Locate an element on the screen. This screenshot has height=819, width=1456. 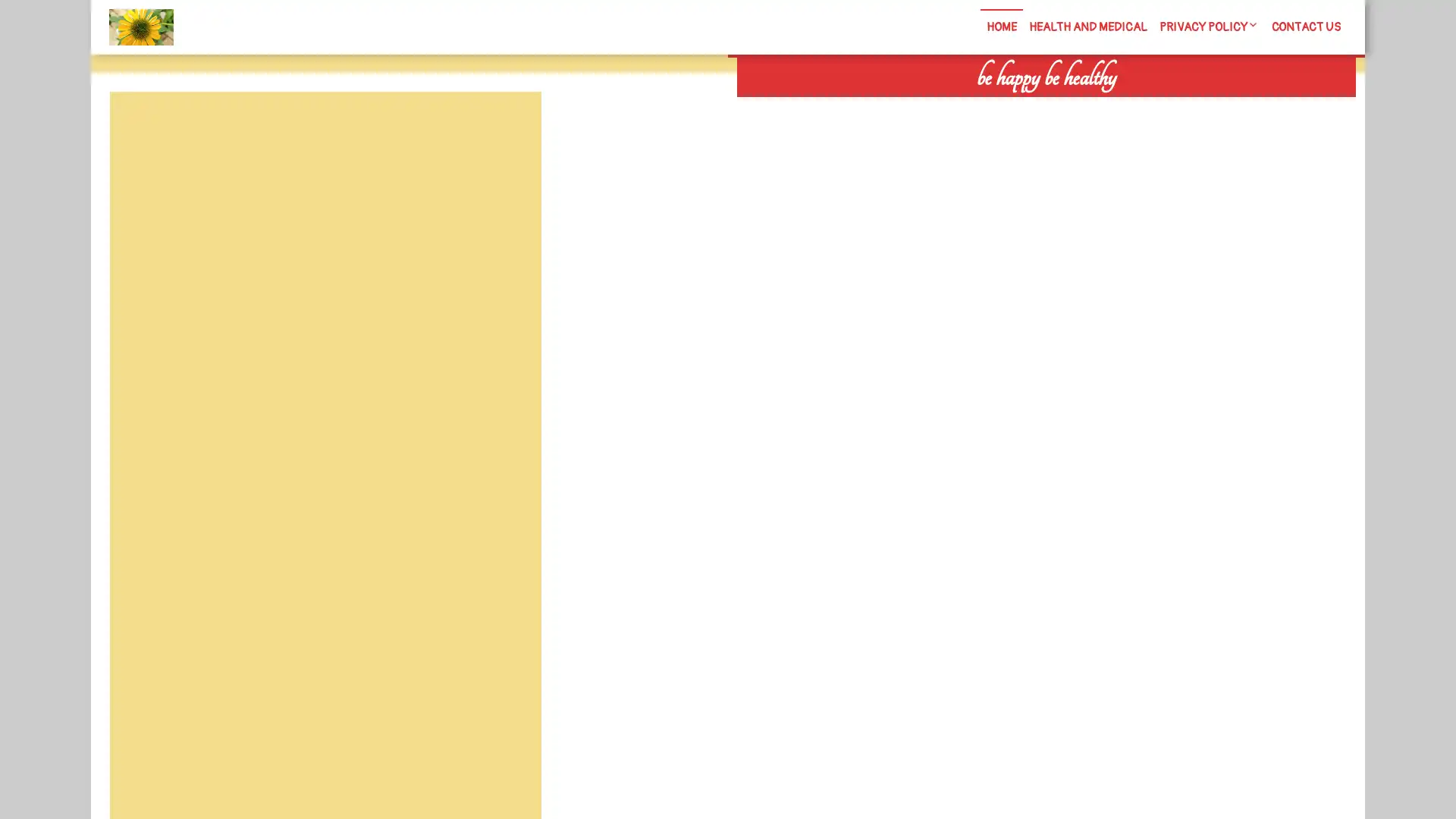
Search is located at coordinates (1181, 106).